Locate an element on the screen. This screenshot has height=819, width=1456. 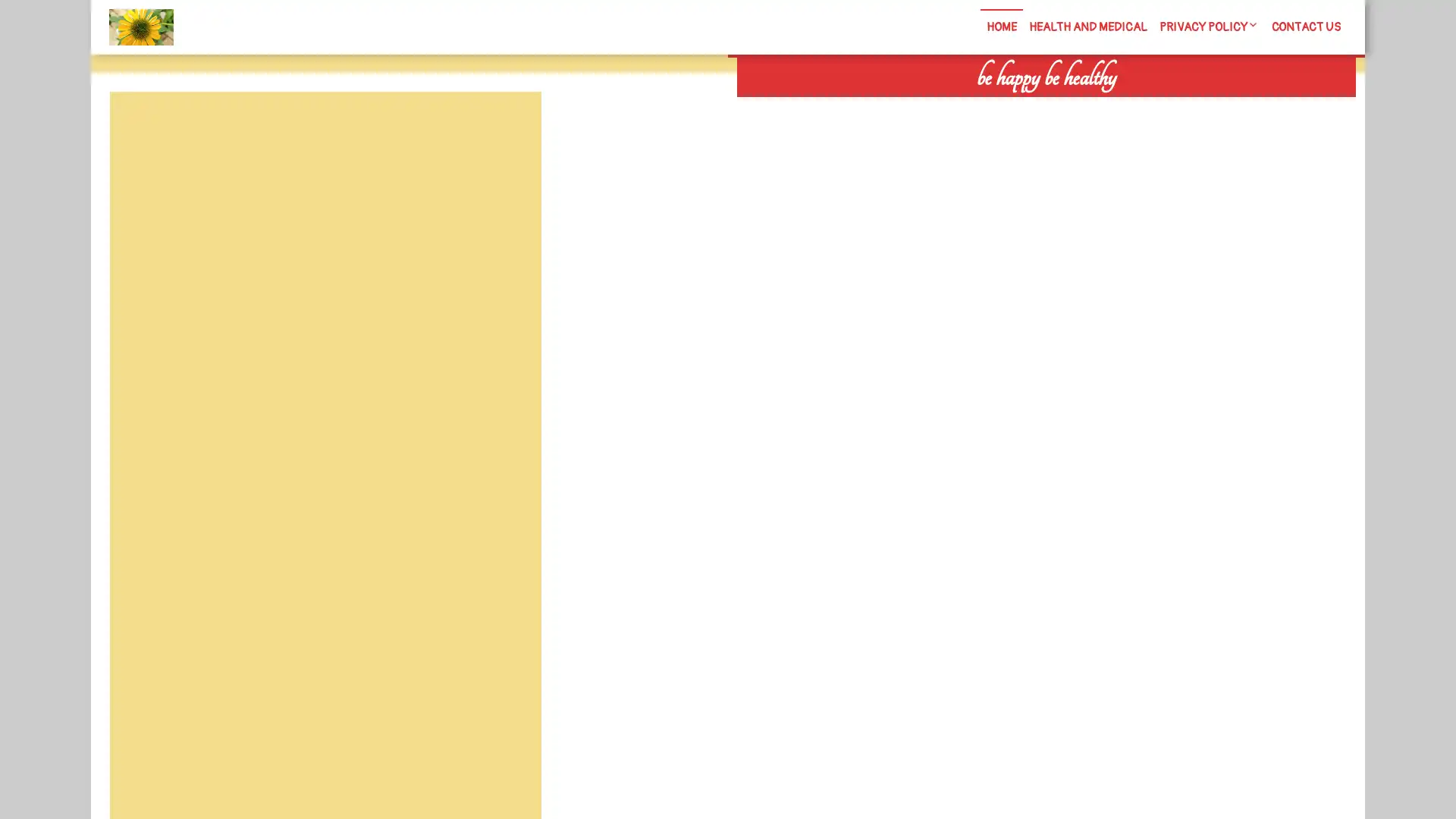
Search is located at coordinates (1181, 106).